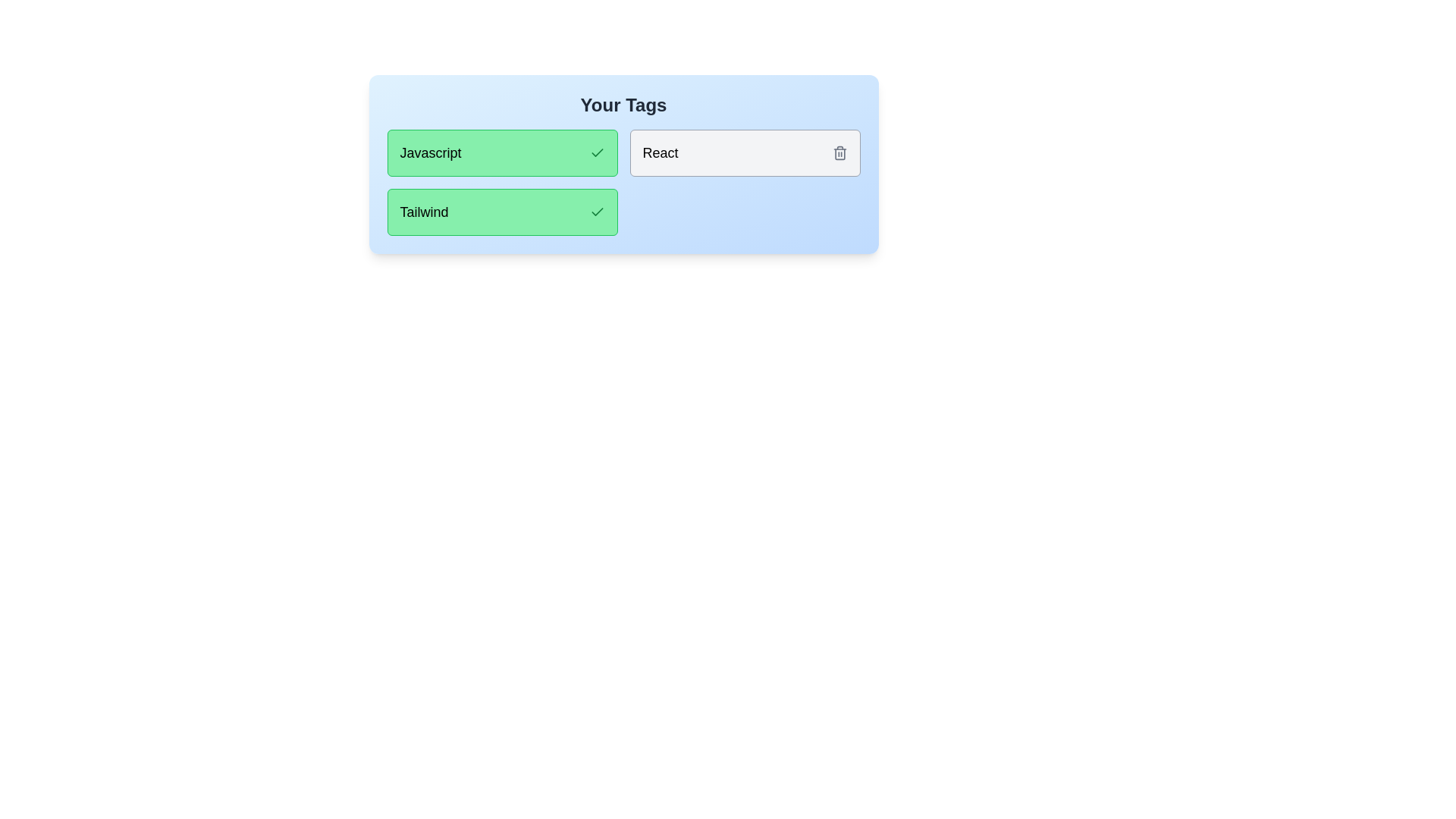  What do you see at coordinates (745, 152) in the screenshot?
I see `the tag with text React to toggle its status` at bounding box center [745, 152].